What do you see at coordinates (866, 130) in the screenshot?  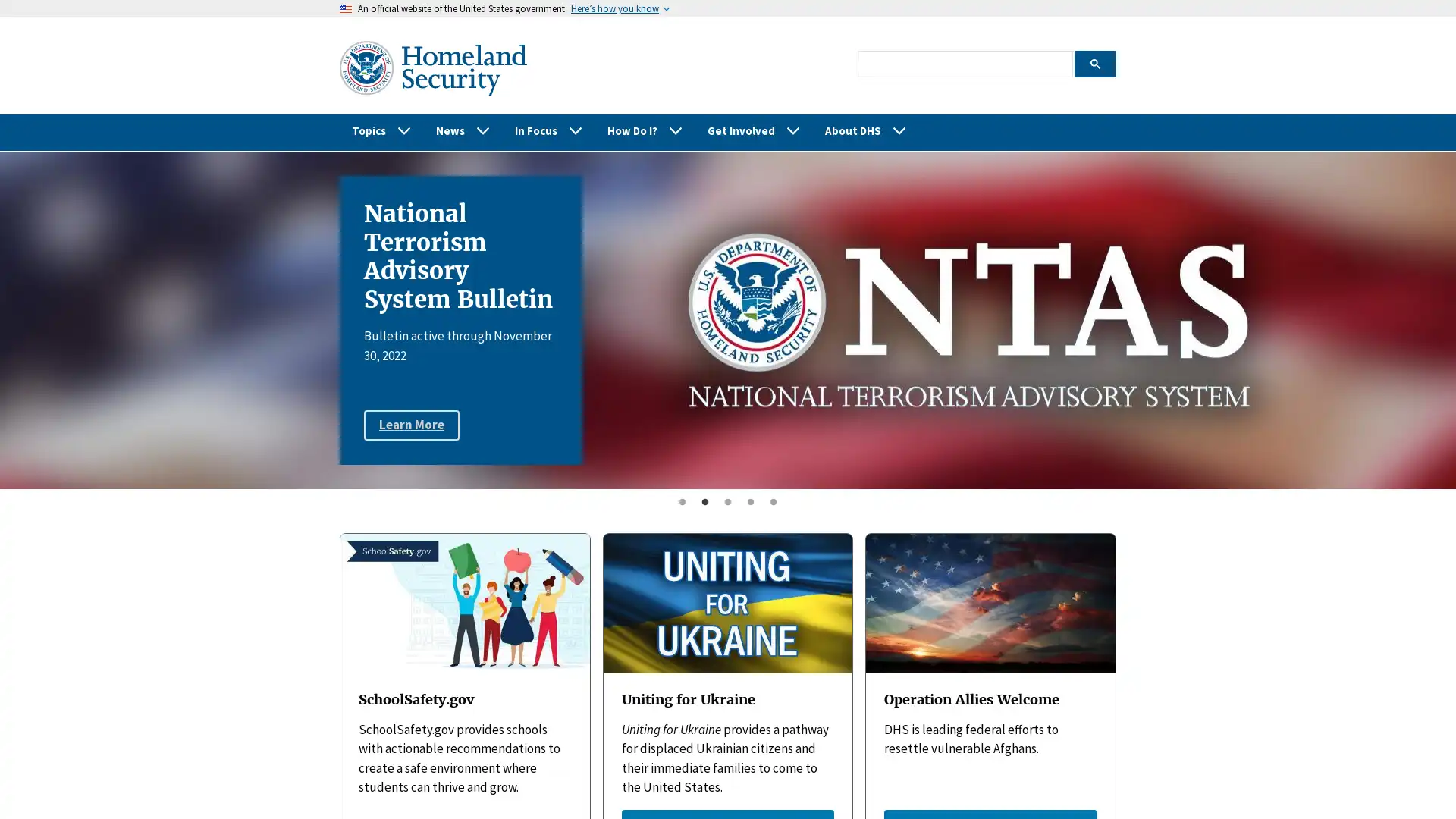 I see `About DHS` at bounding box center [866, 130].